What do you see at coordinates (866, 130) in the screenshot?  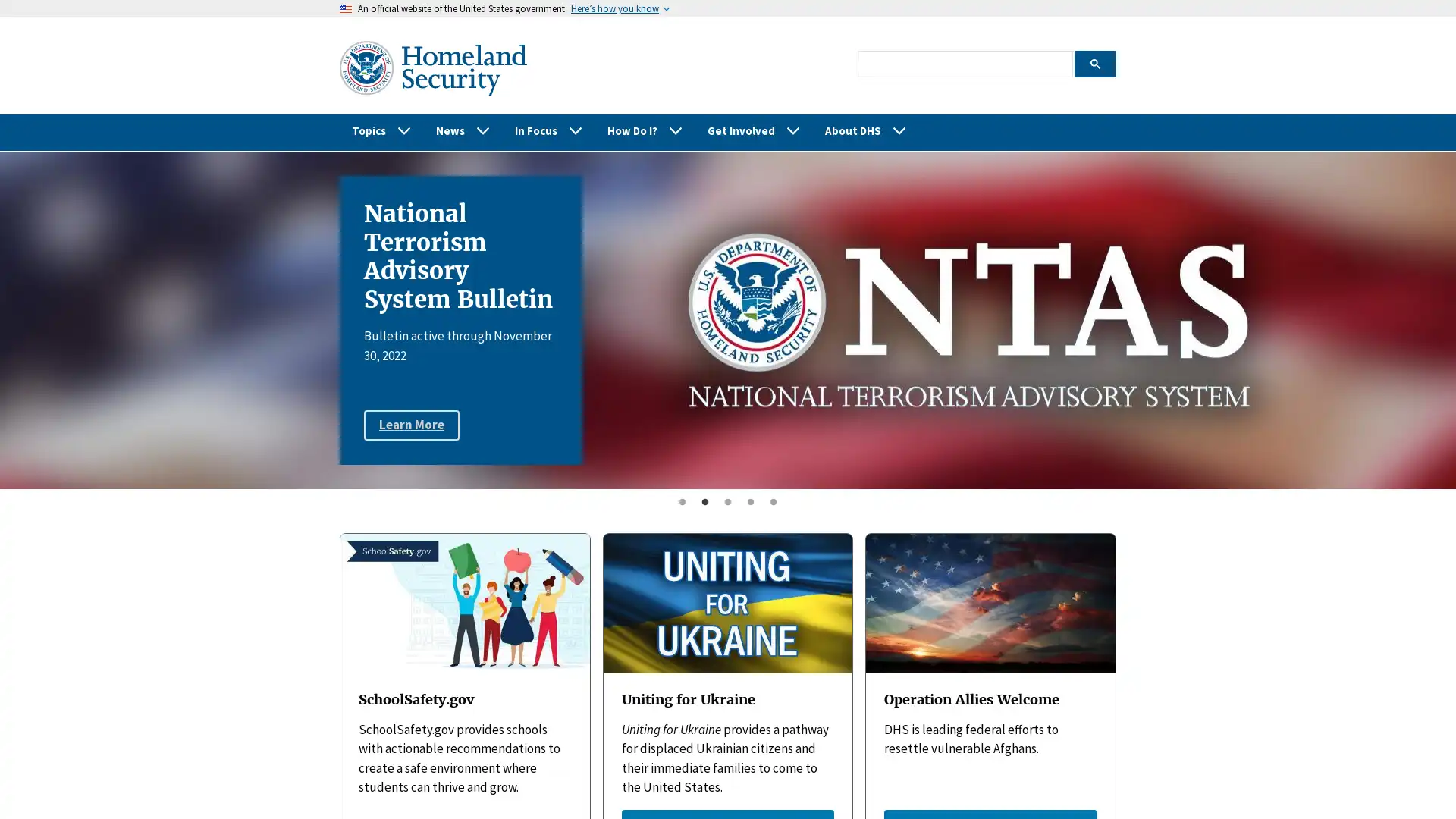 I see `About DHS` at bounding box center [866, 130].